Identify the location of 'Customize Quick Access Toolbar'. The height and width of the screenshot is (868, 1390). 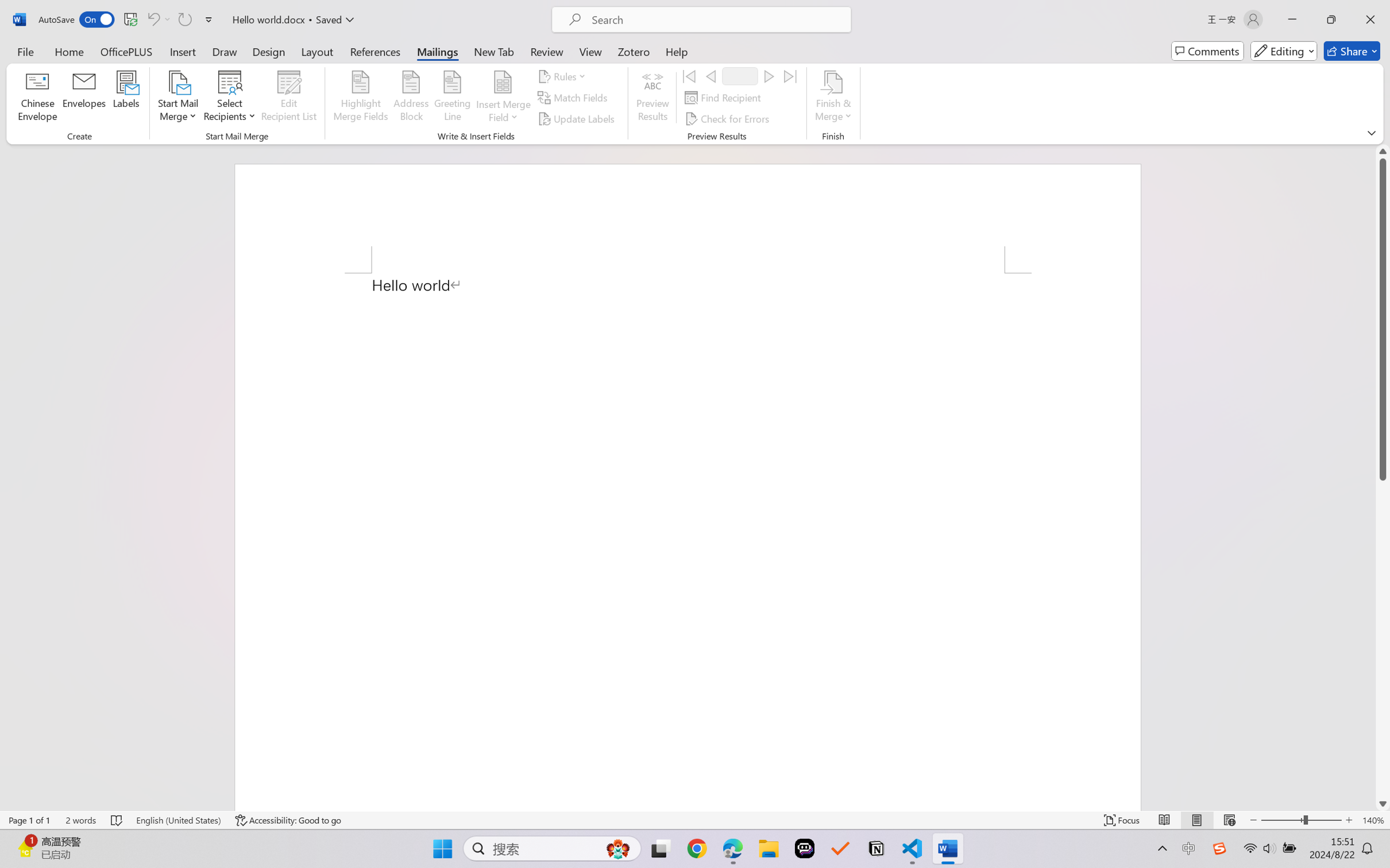
(208, 19).